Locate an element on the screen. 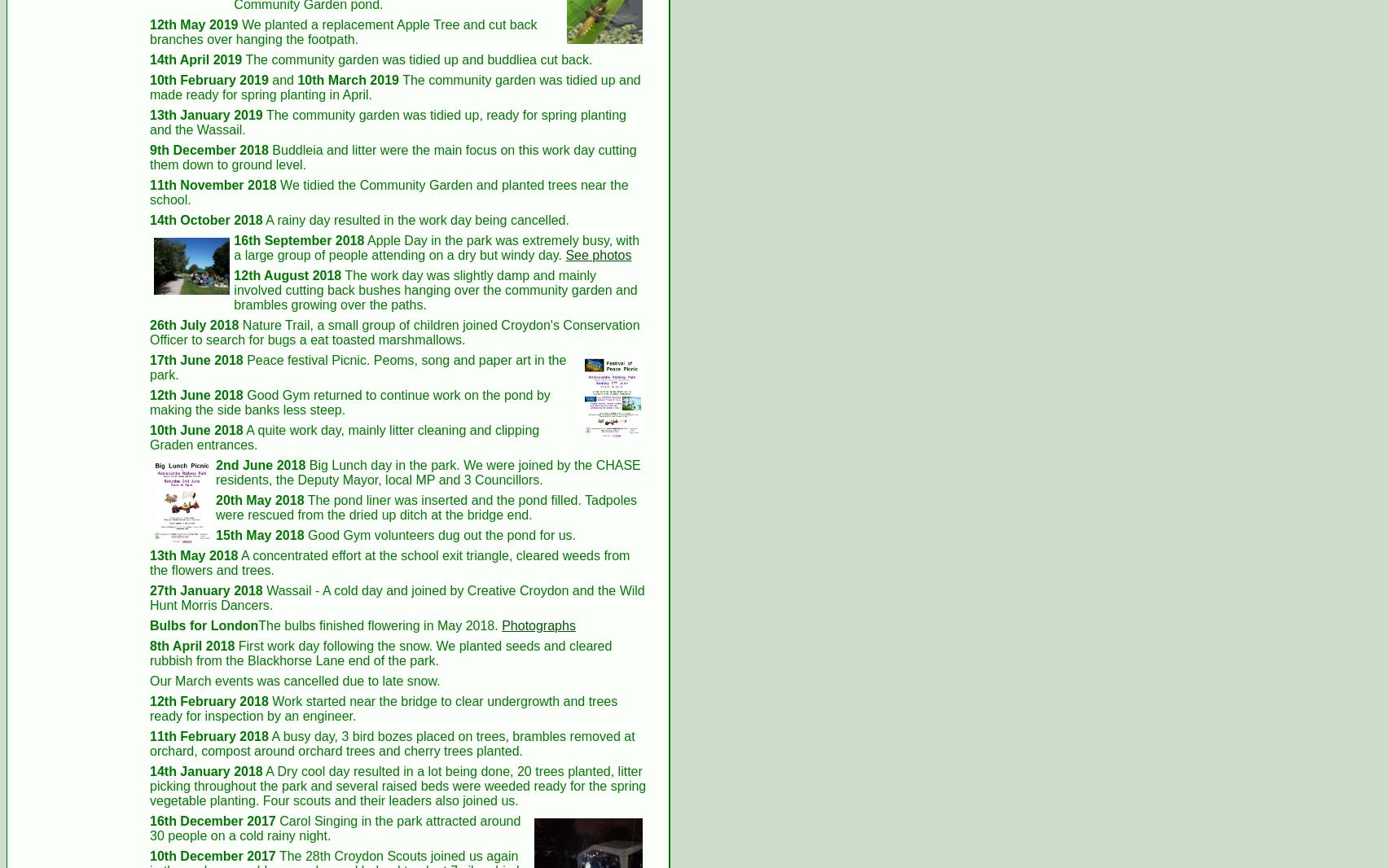 The image size is (1388, 868). 'A busy day, 3 bird bozes placed on trees, brambles removed at orchard, compost around orchard trees and cherry trees planted.' is located at coordinates (392, 743).